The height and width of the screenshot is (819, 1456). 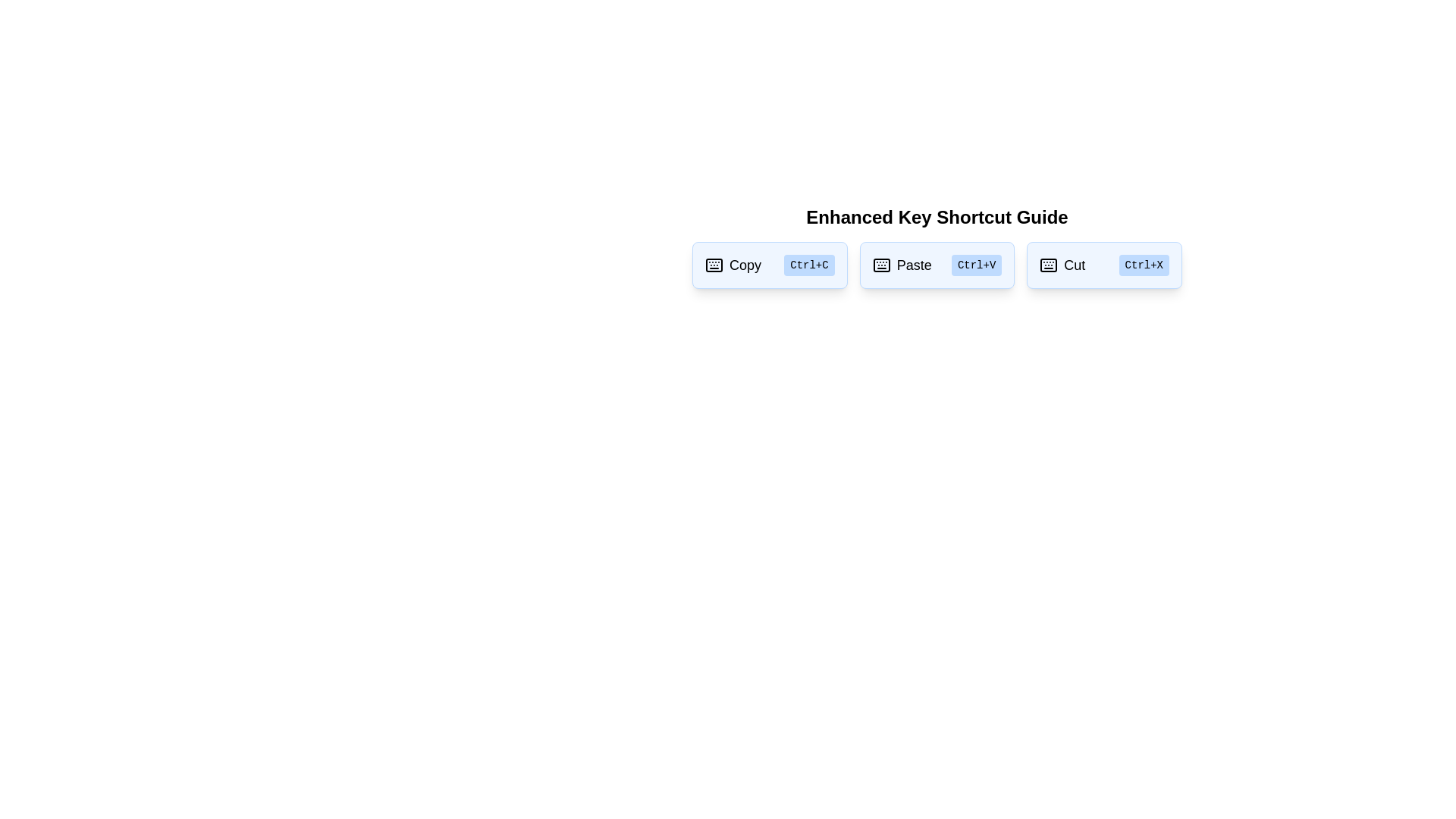 What do you see at coordinates (1048, 265) in the screenshot?
I see `the Icon component, which is an SVG rectangle with rounded corners representing a keyboard shortcut, located on the left side of the four main buttons` at bounding box center [1048, 265].